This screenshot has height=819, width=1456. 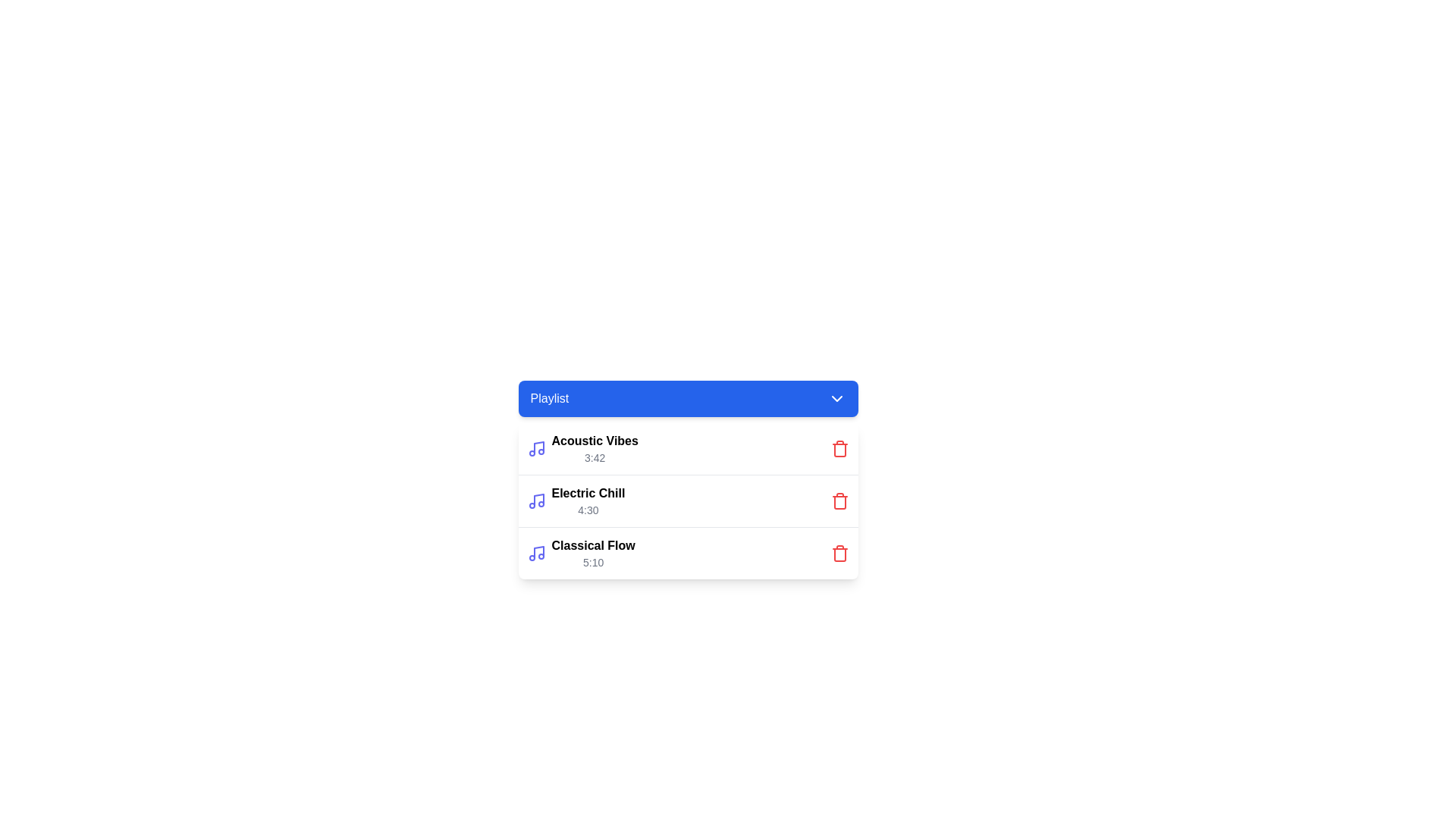 I want to click on the music-related content icon associated with 'Electric Chill' and '4:30' in the second row under the 'Playlist' heading, so click(x=536, y=500).